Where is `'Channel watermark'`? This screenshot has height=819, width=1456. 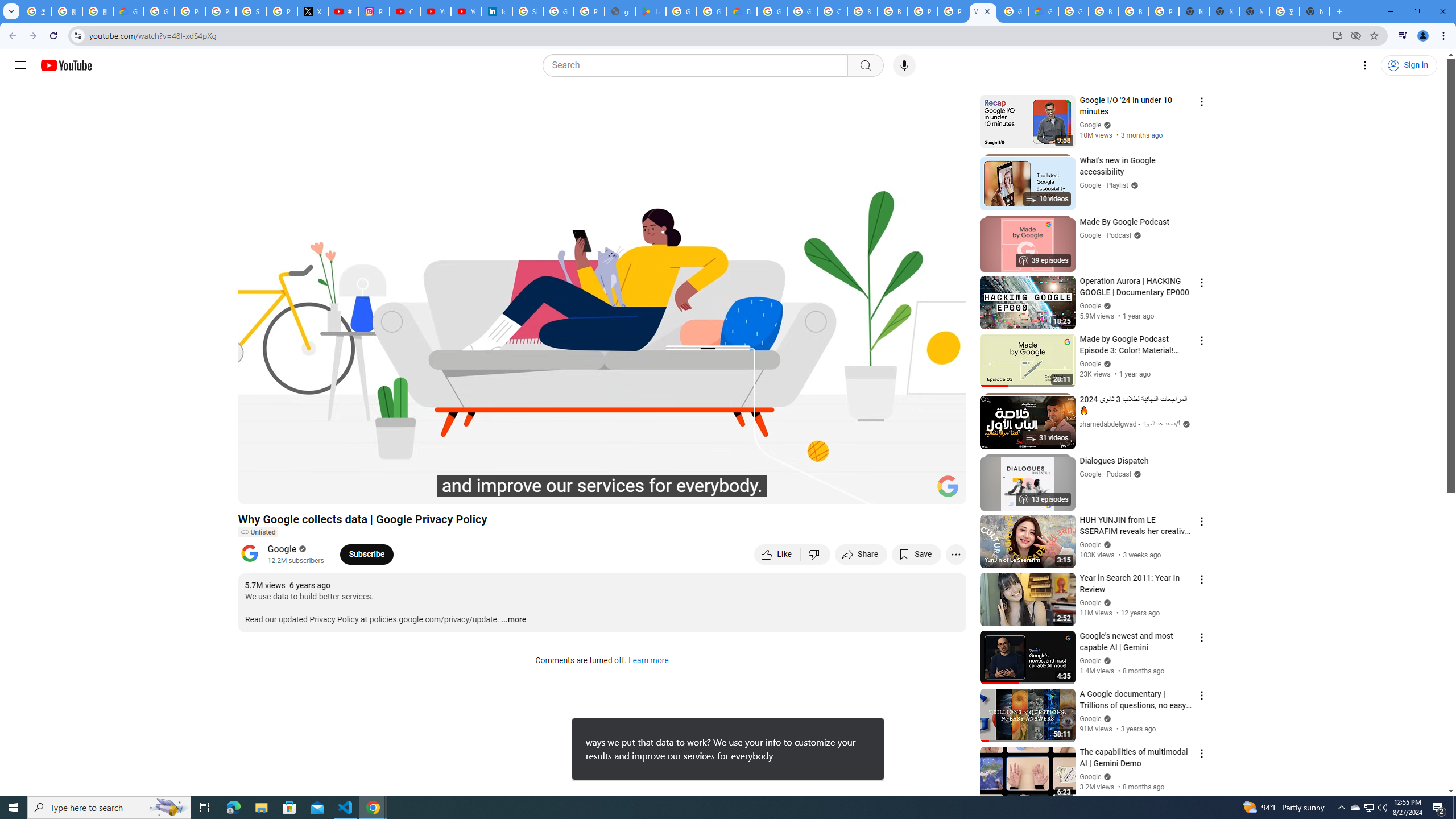
'Channel watermark' is located at coordinates (948, 486).